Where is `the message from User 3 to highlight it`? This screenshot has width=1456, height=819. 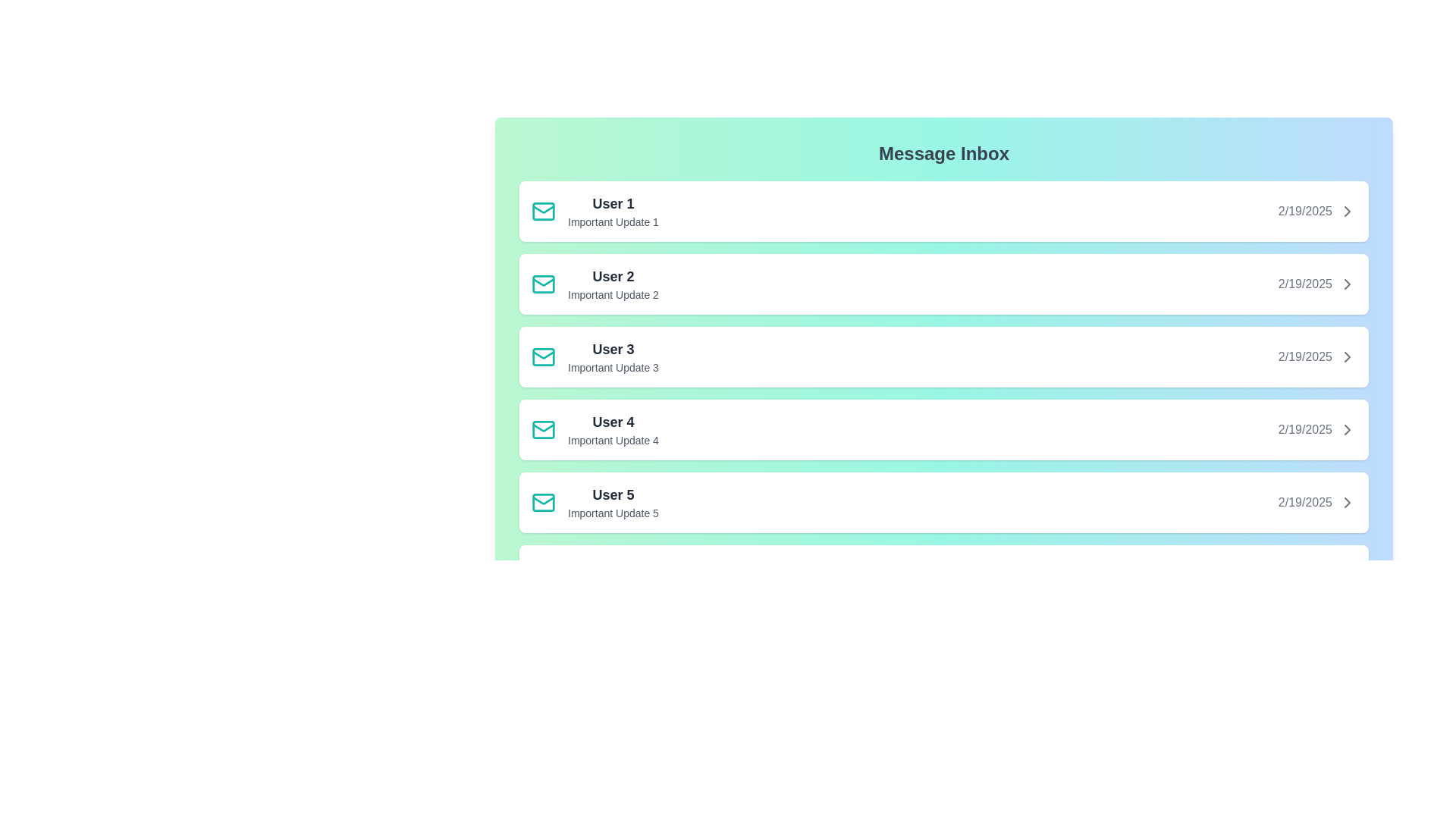 the message from User 3 to highlight it is located at coordinates (943, 356).